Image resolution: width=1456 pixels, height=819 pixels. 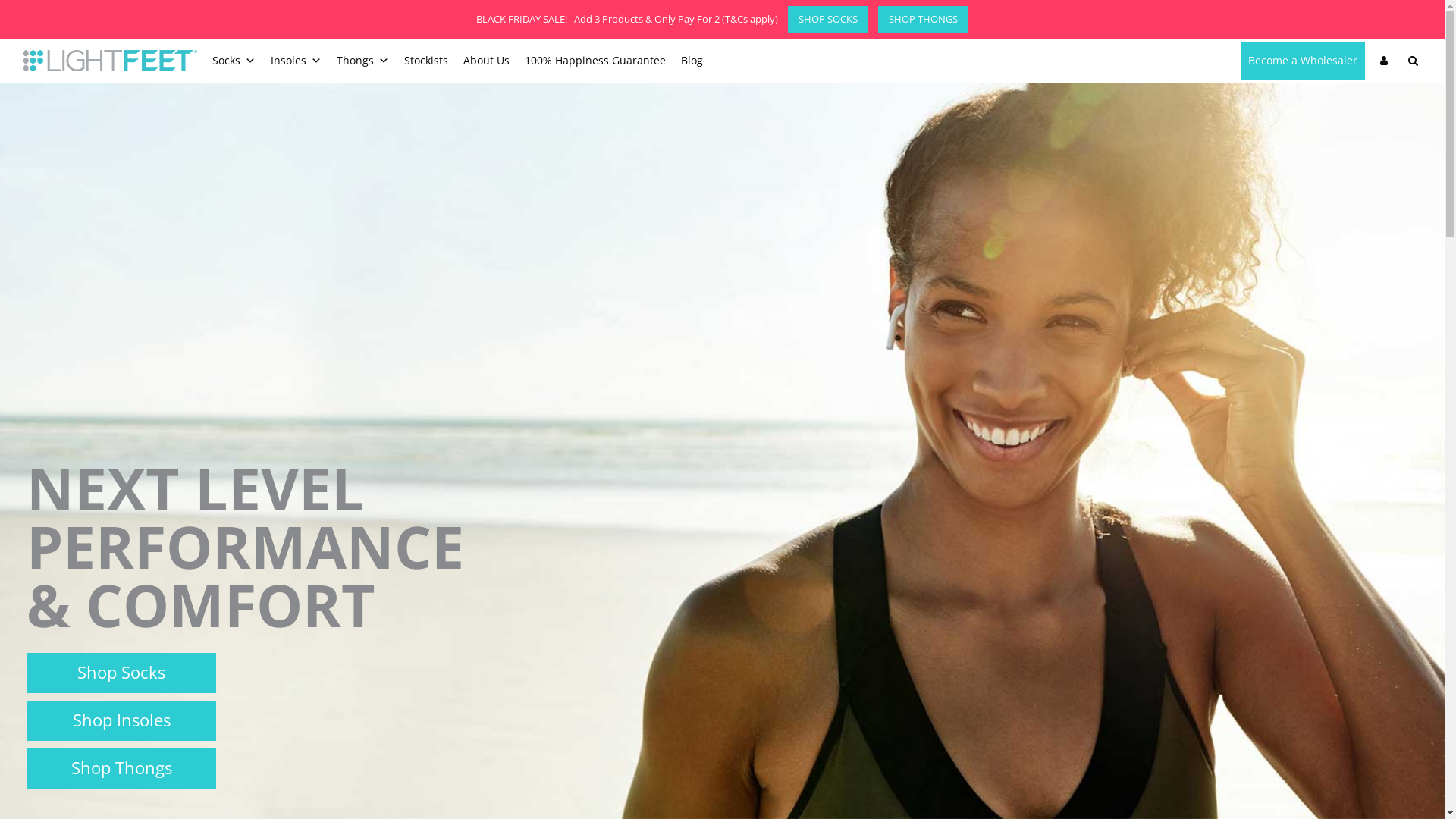 What do you see at coordinates (595, 60) in the screenshot?
I see `'100% Happiness Guarantee'` at bounding box center [595, 60].